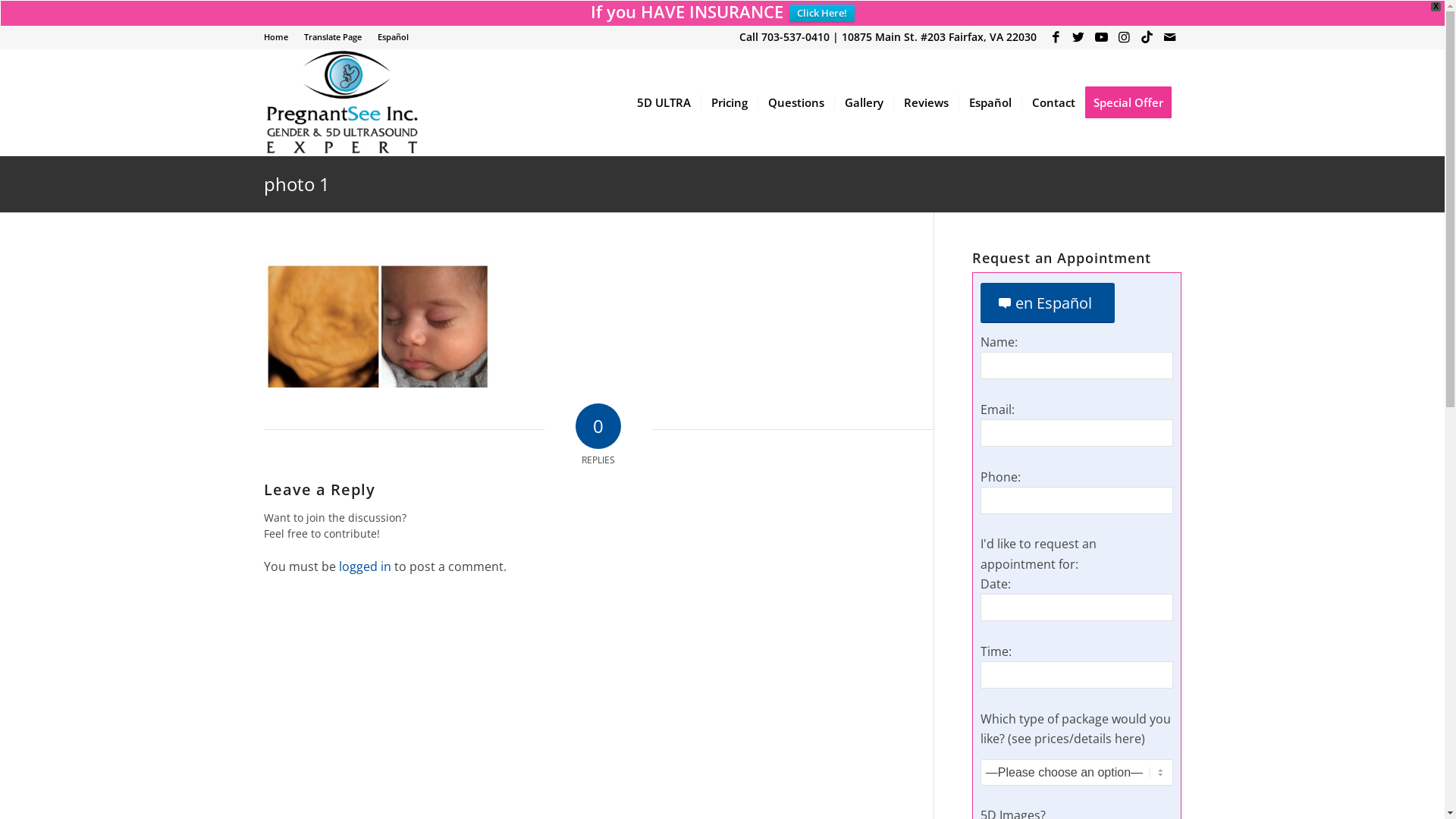 The height and width of the screenshot is (819, 1456). Describe the element at coordinates (924, 102) in the screenshot. I see `'Reviews'` at that location.